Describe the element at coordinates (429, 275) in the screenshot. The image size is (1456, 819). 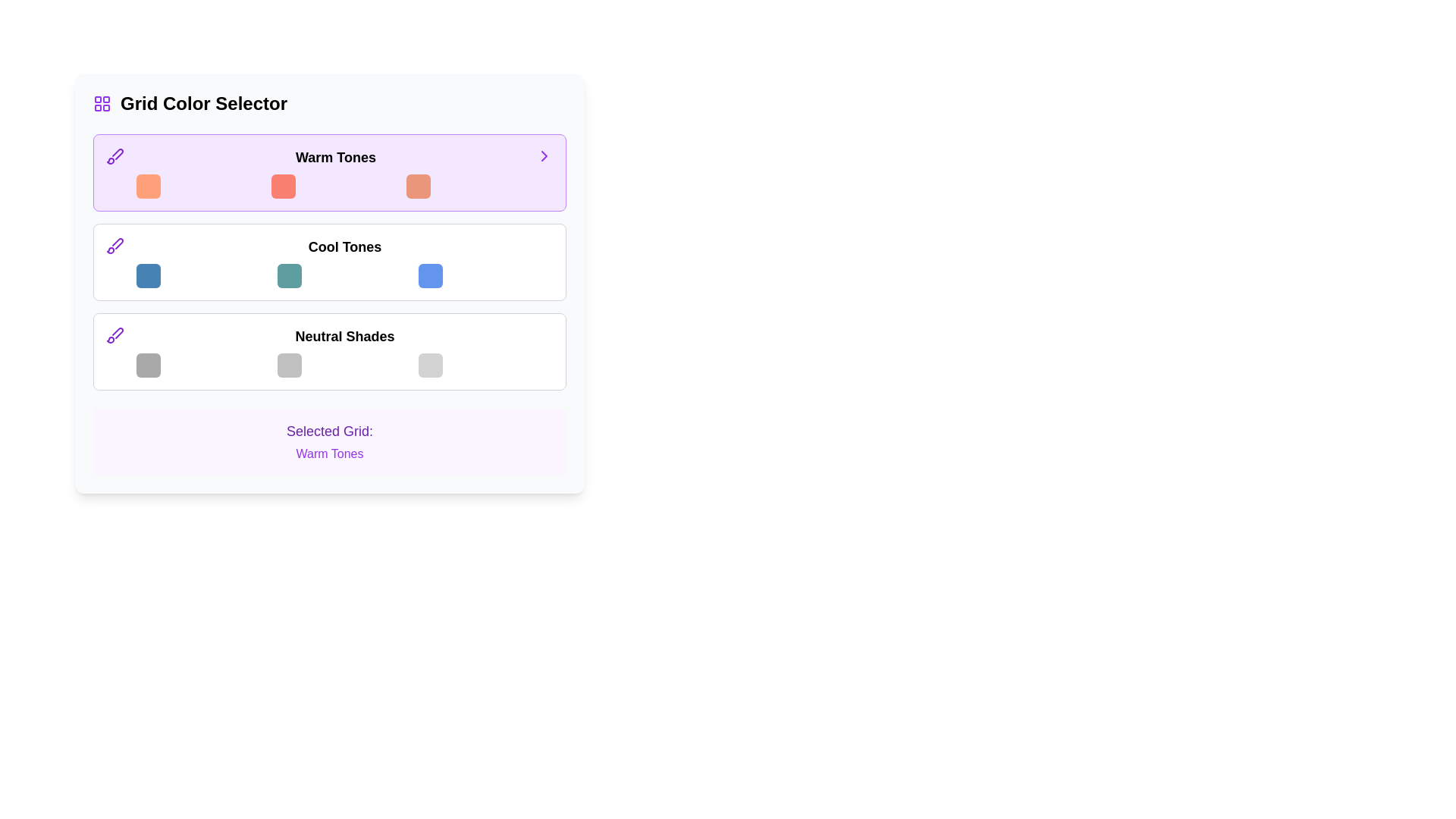
I see `the blue color selection button in the 'Cool Tones' section of the grid color selector to observe more details` at that location.